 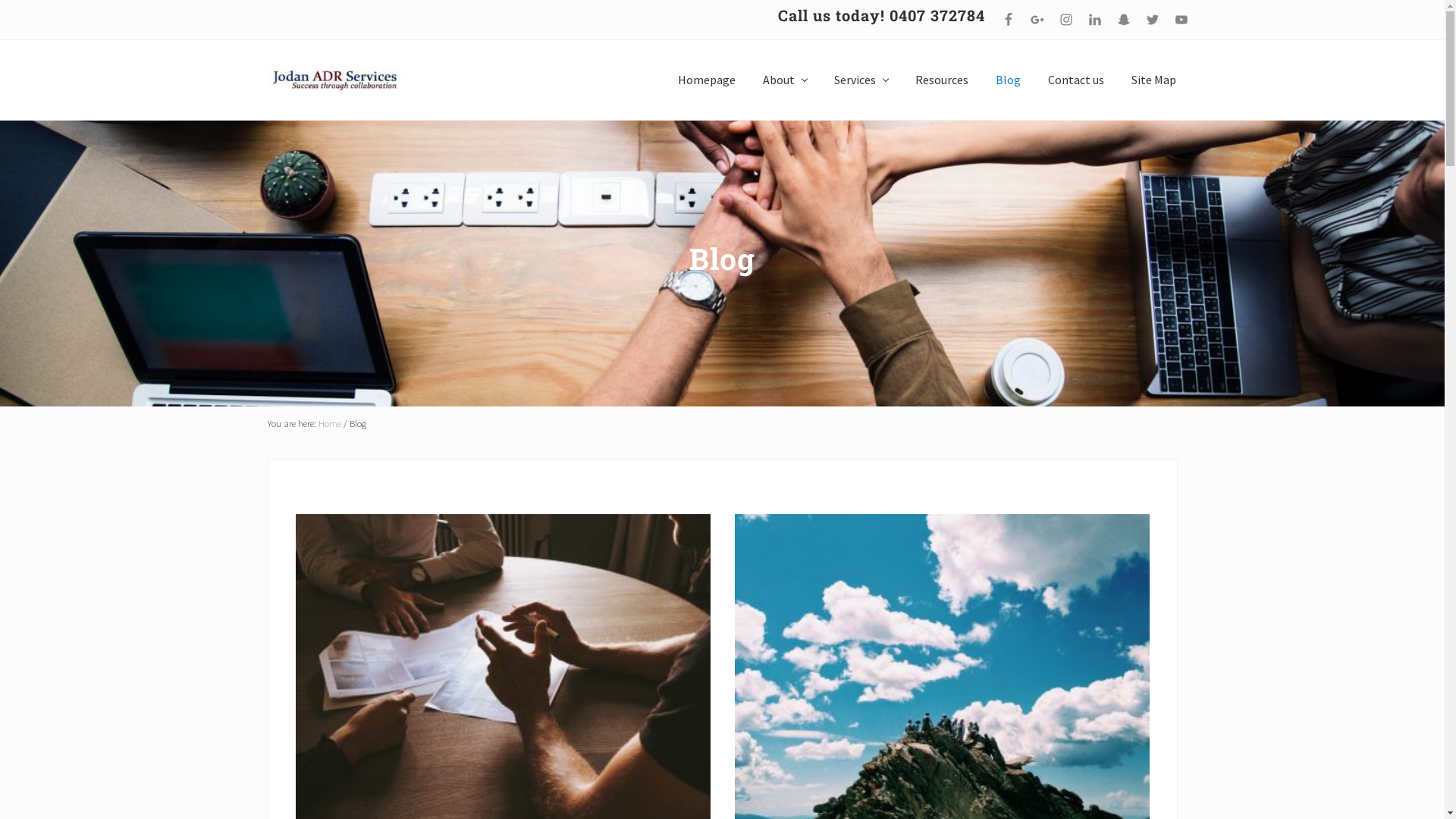 I want to click on 'Snapchat', so click(x=1123, y=20).